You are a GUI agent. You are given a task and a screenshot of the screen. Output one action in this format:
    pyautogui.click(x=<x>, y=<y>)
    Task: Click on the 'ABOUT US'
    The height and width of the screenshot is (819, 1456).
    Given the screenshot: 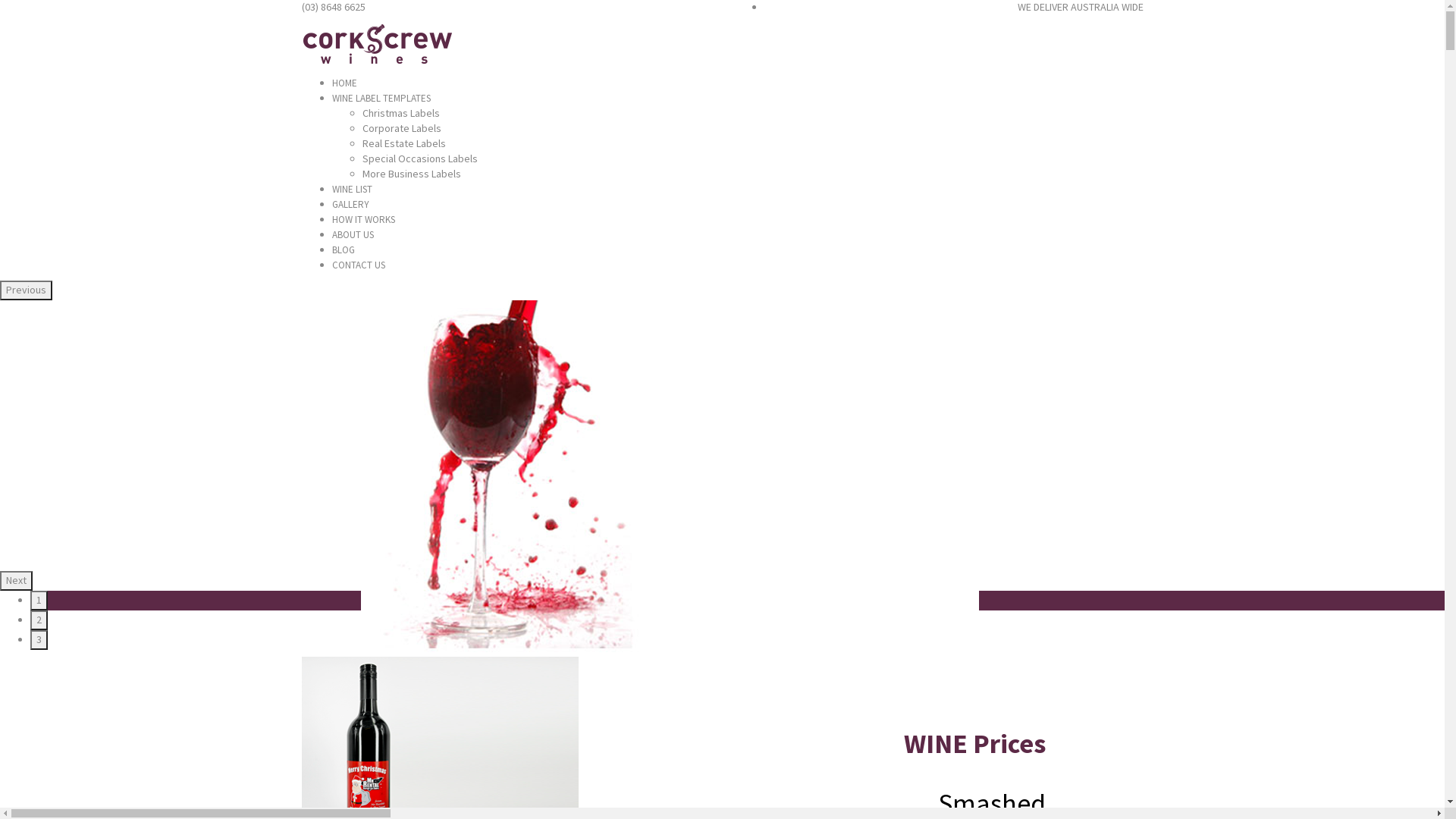 What is the action you would take?
    pyautogui.click(x=331, y=234)
    